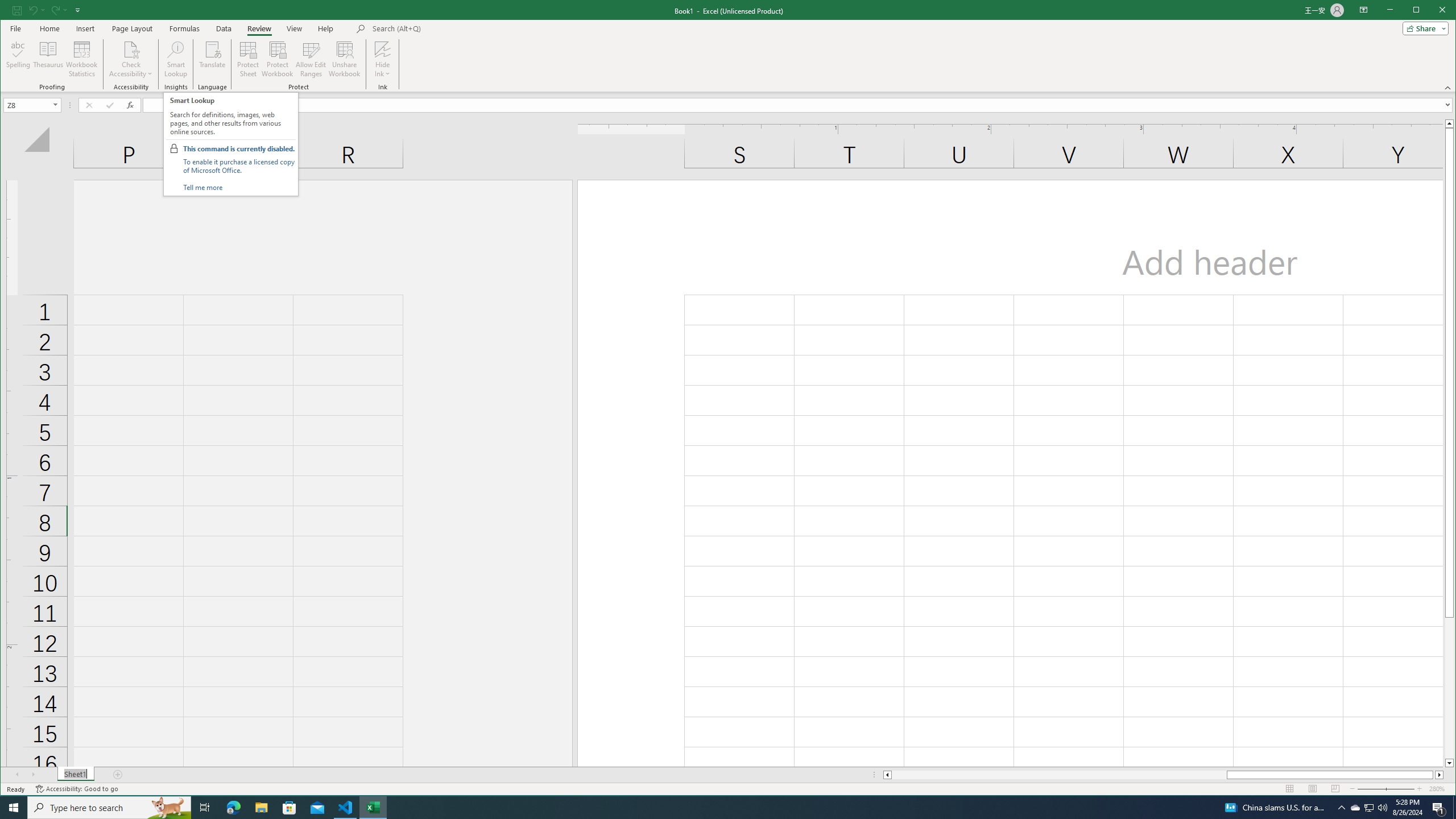  I want to click on 'Sheet1', so click(76, 775).